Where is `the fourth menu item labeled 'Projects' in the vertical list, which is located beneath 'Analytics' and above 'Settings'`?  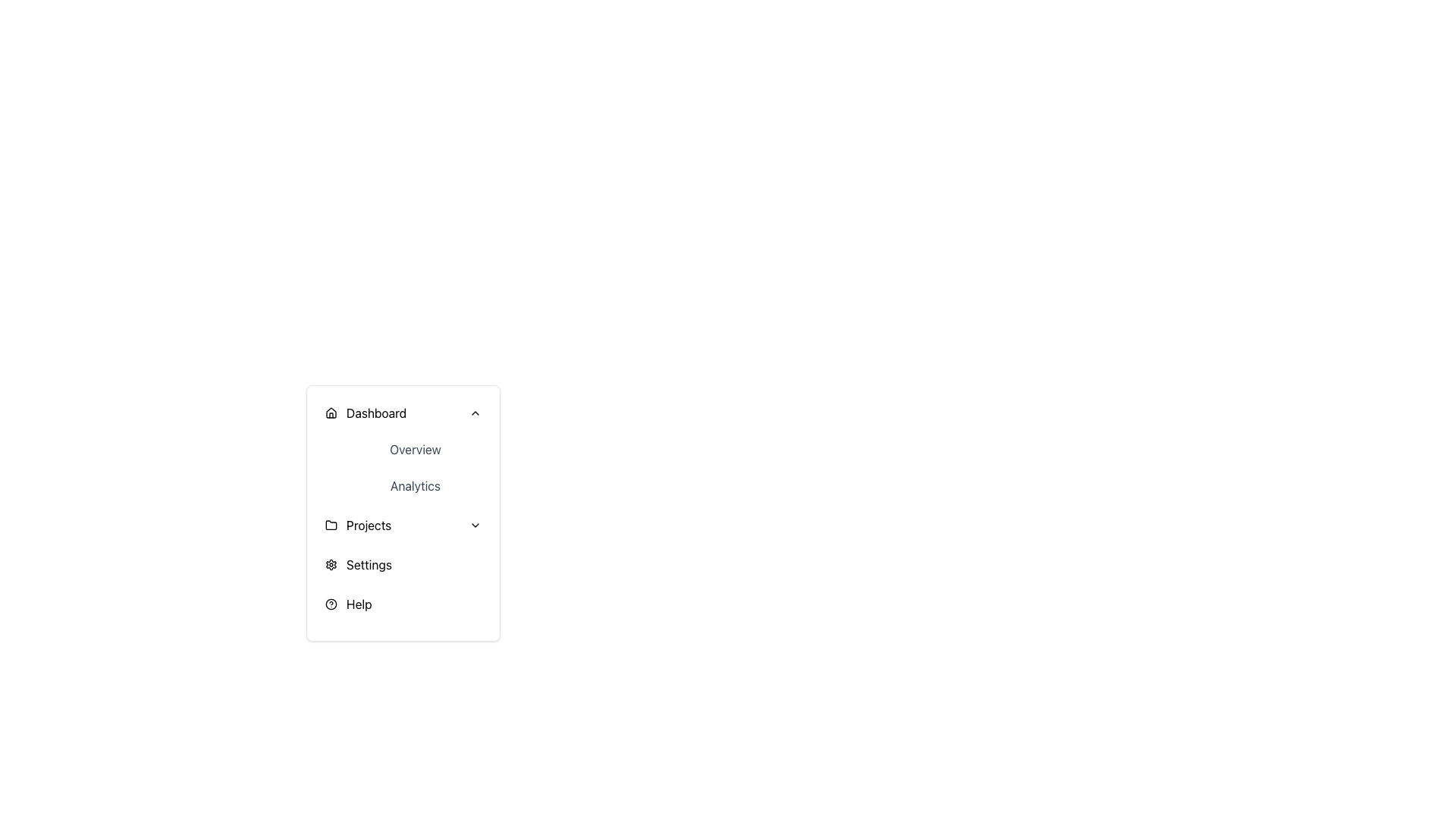 the fourth menu item labeled 'Projects' in the vertical list, which is located beneath 'Analytics' and above 'Settings' is located at coordinates (403, 525).